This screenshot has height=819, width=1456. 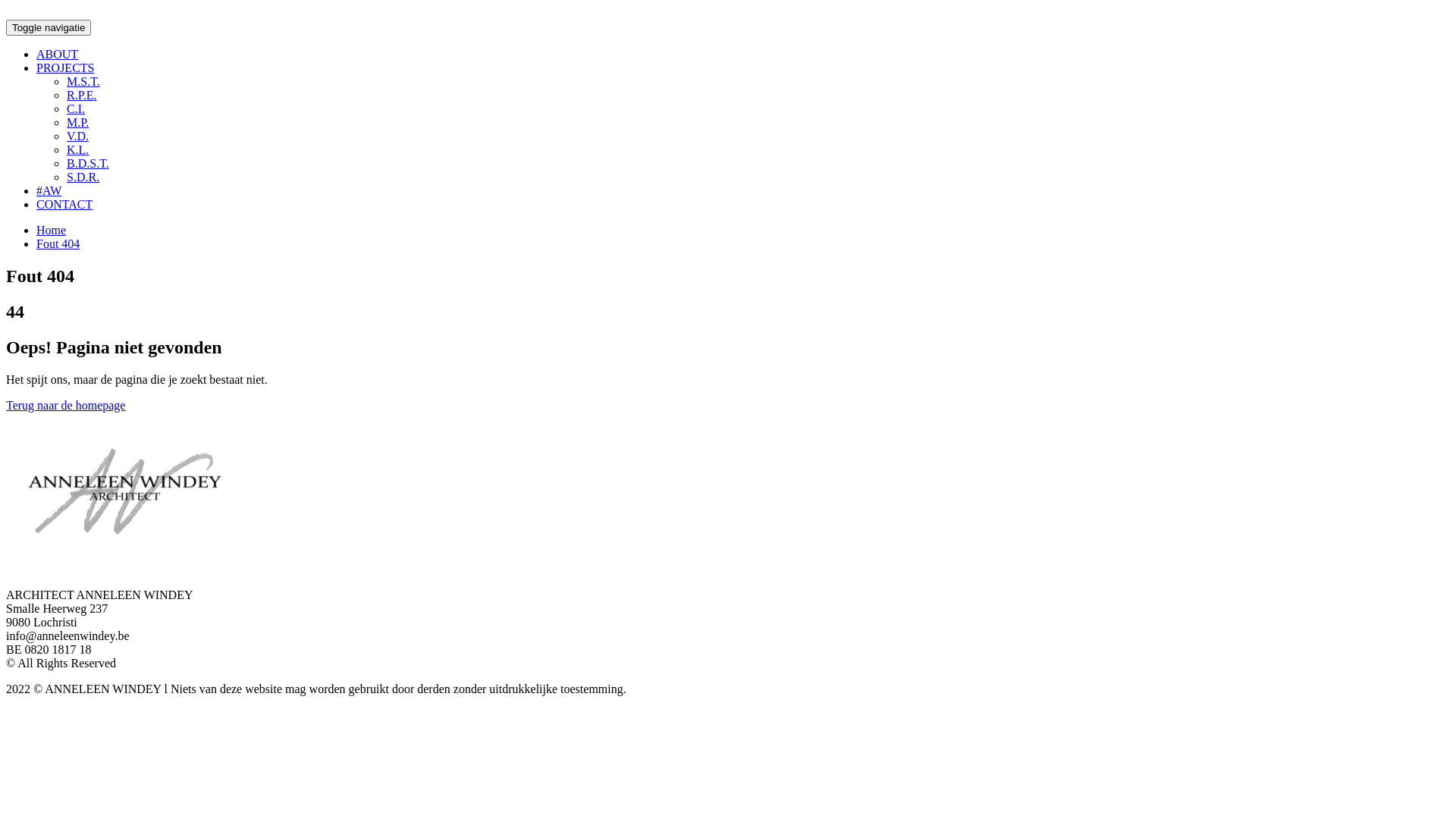 What do you see at coordinates (77, 135) in the screenshot?
I see `'V.D.'` at bounding box center [77, 135].